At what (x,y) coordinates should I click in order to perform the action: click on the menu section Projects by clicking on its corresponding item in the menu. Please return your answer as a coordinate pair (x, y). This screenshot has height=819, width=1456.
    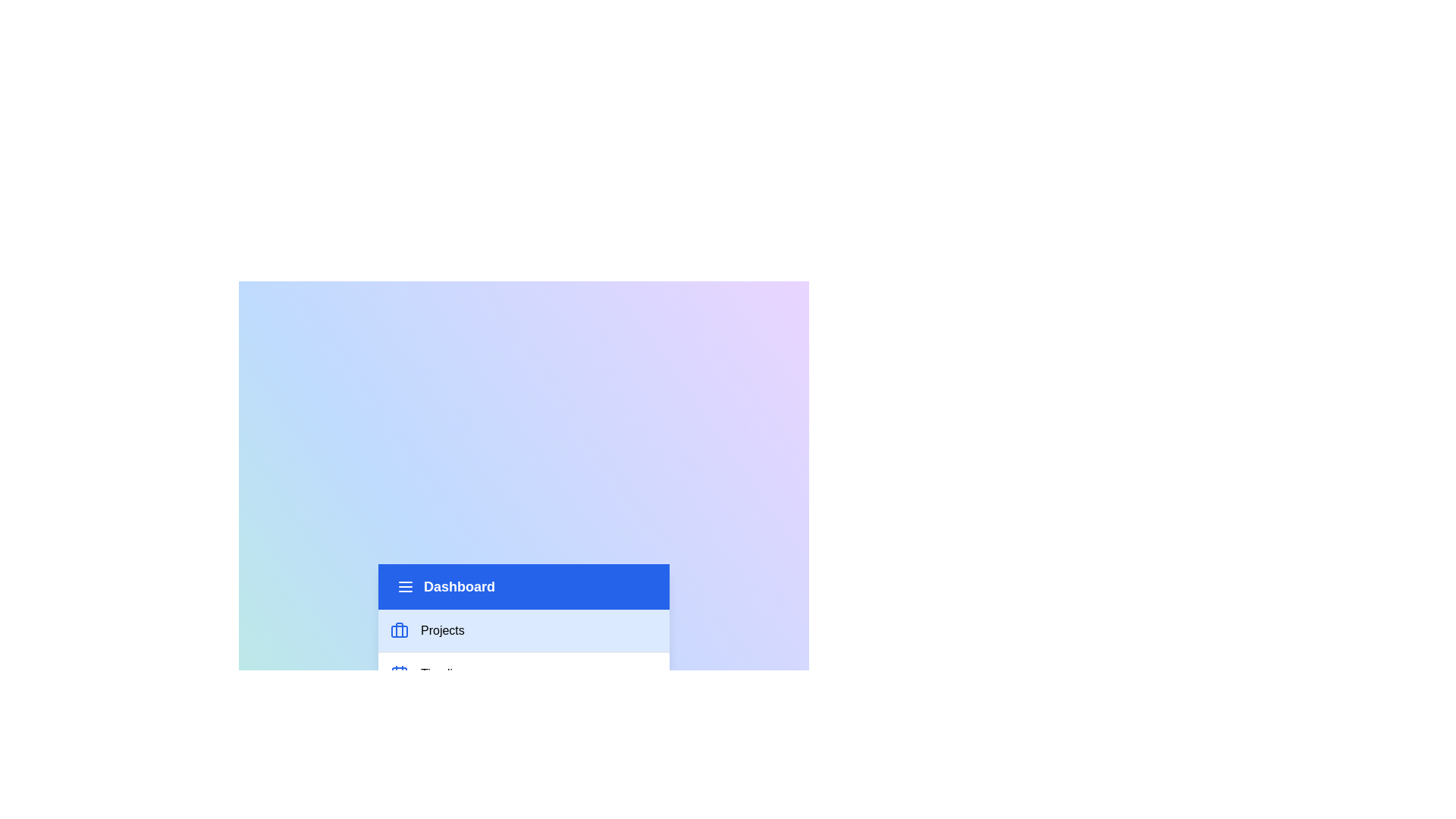
    Looking at the image, I should click on (524, 630).